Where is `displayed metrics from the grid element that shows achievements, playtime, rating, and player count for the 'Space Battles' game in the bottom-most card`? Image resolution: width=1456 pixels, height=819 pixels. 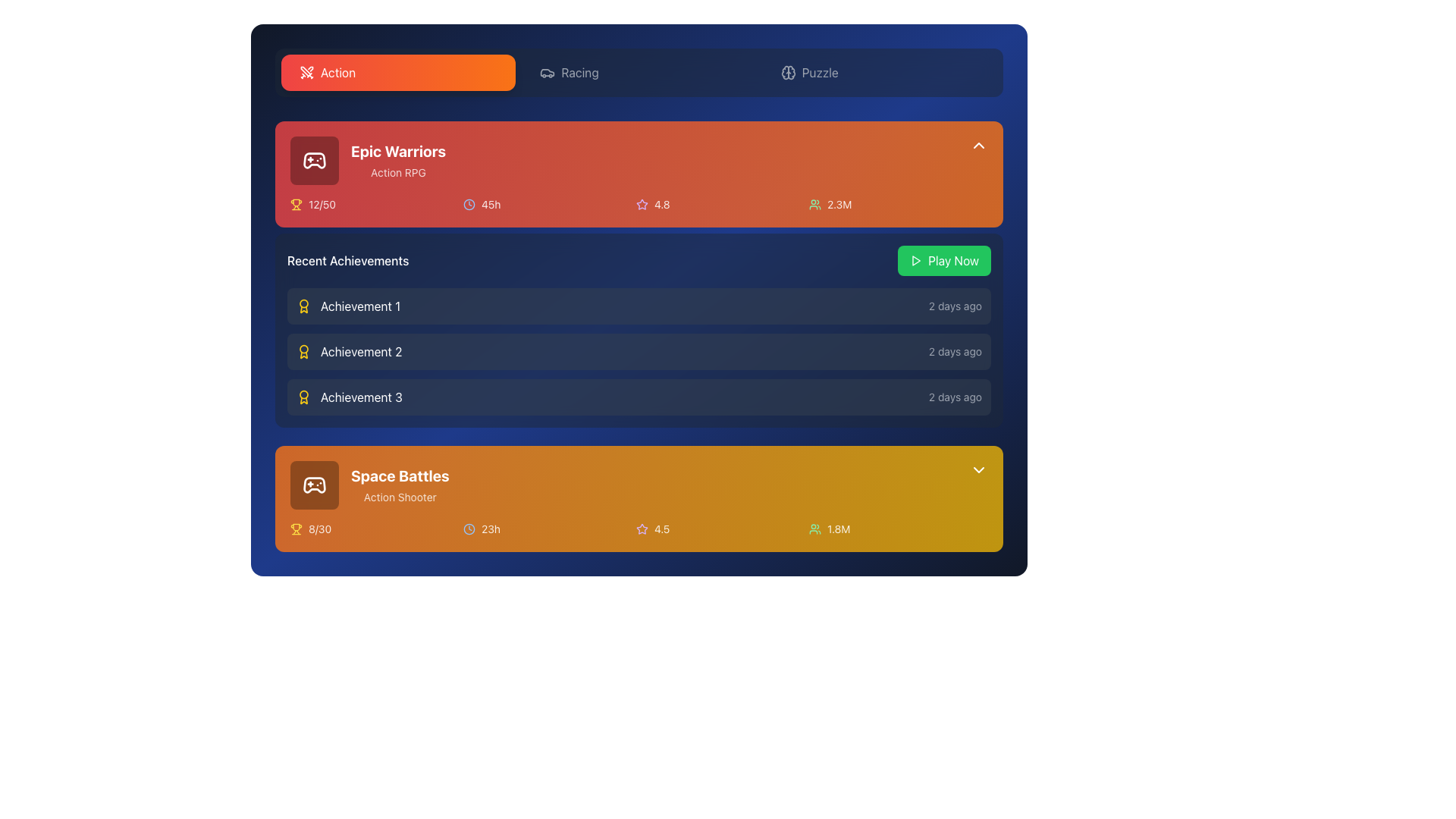 displayed metrics from the grid element that shows achievements, playtime, rating, and player count for the 'Space Battles' game in the bottom-most card is located at coordinates (629, 529).